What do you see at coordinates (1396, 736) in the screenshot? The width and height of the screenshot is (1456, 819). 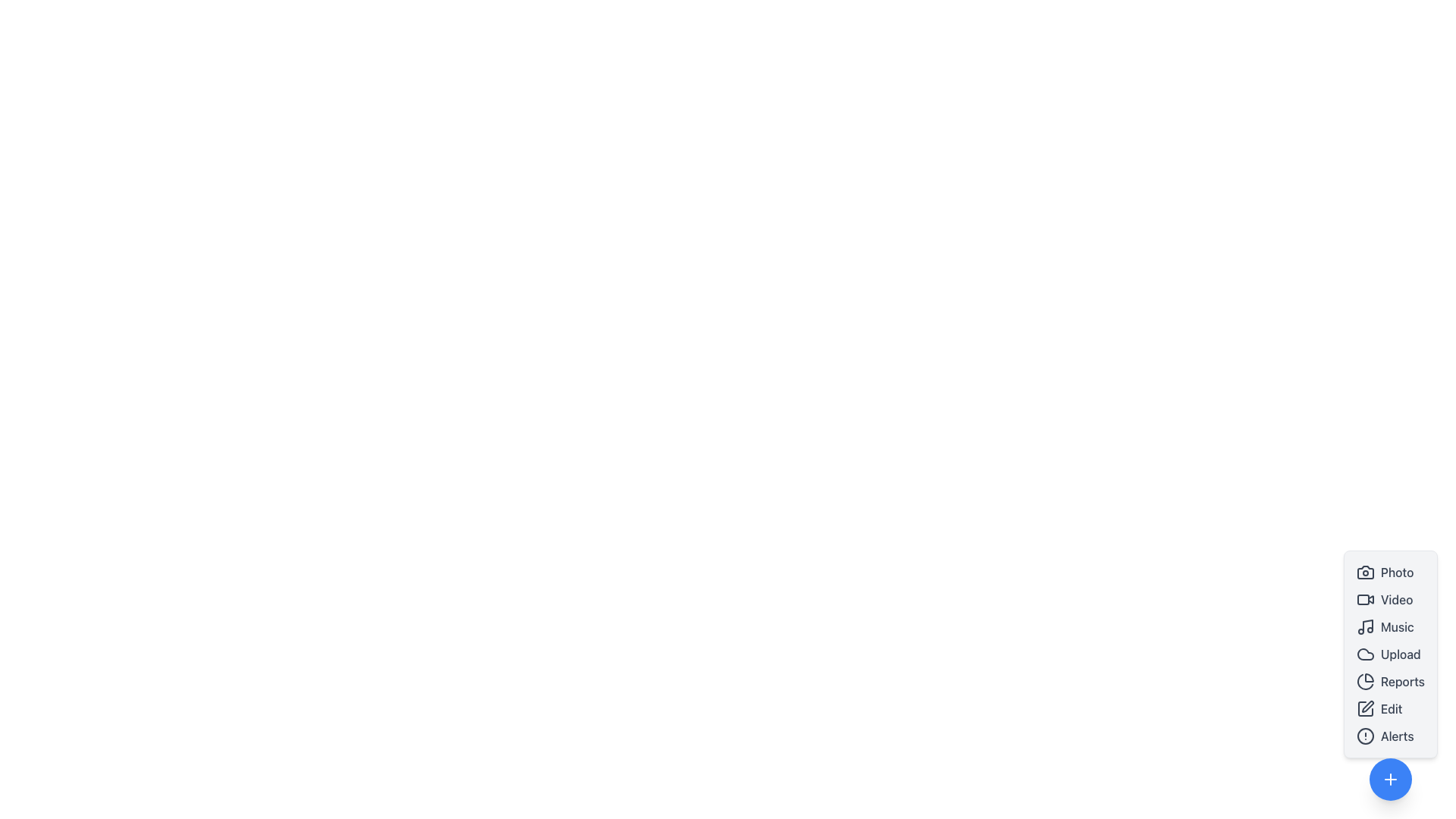 I see `the static text label that serves as an informational label and navigational link, located at the last position in the vertically aligned menu on the right side of the interface` at bounding box center [1396, 736].